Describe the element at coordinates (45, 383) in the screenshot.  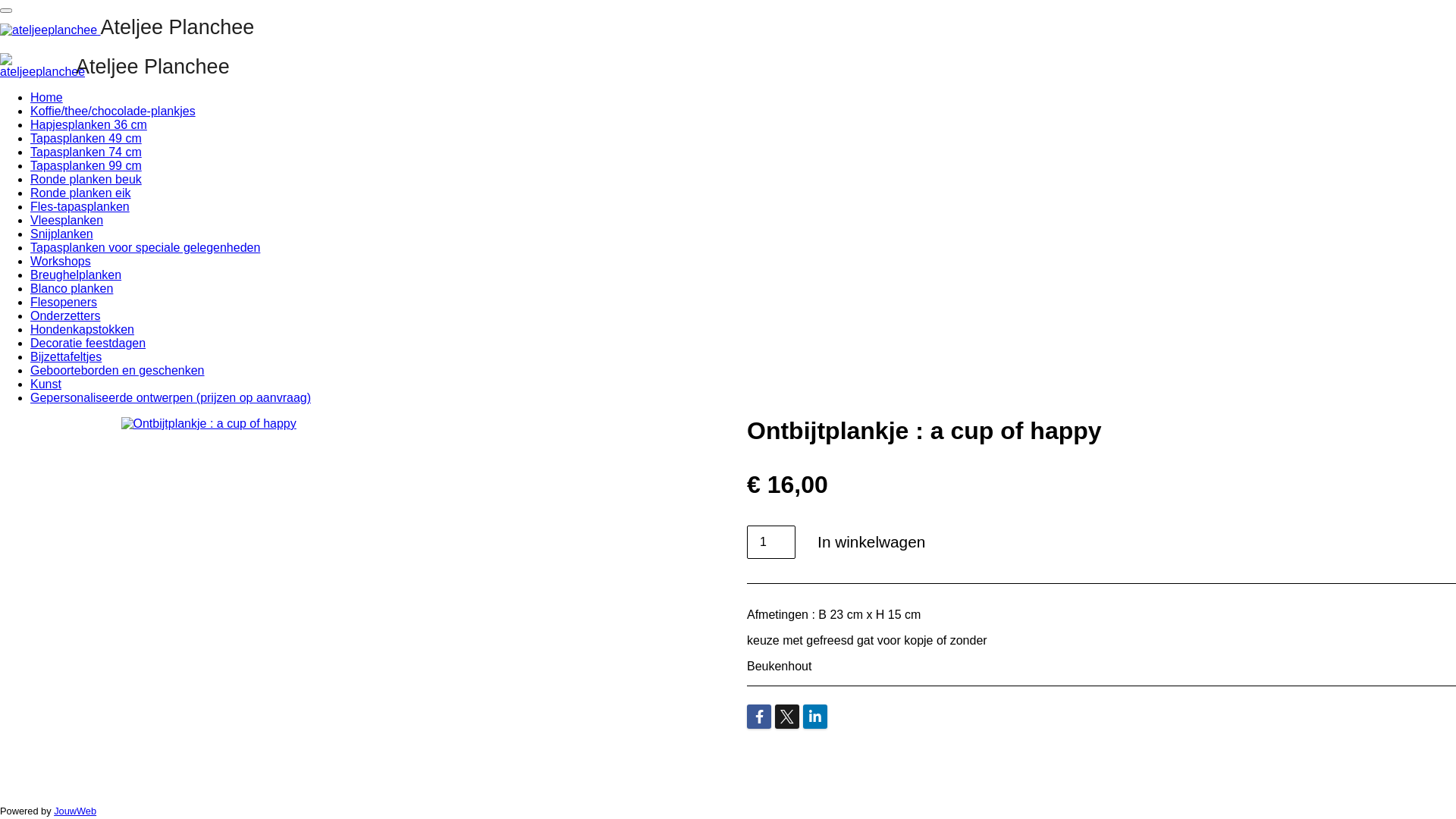
I see `'Kunst'` at that location.